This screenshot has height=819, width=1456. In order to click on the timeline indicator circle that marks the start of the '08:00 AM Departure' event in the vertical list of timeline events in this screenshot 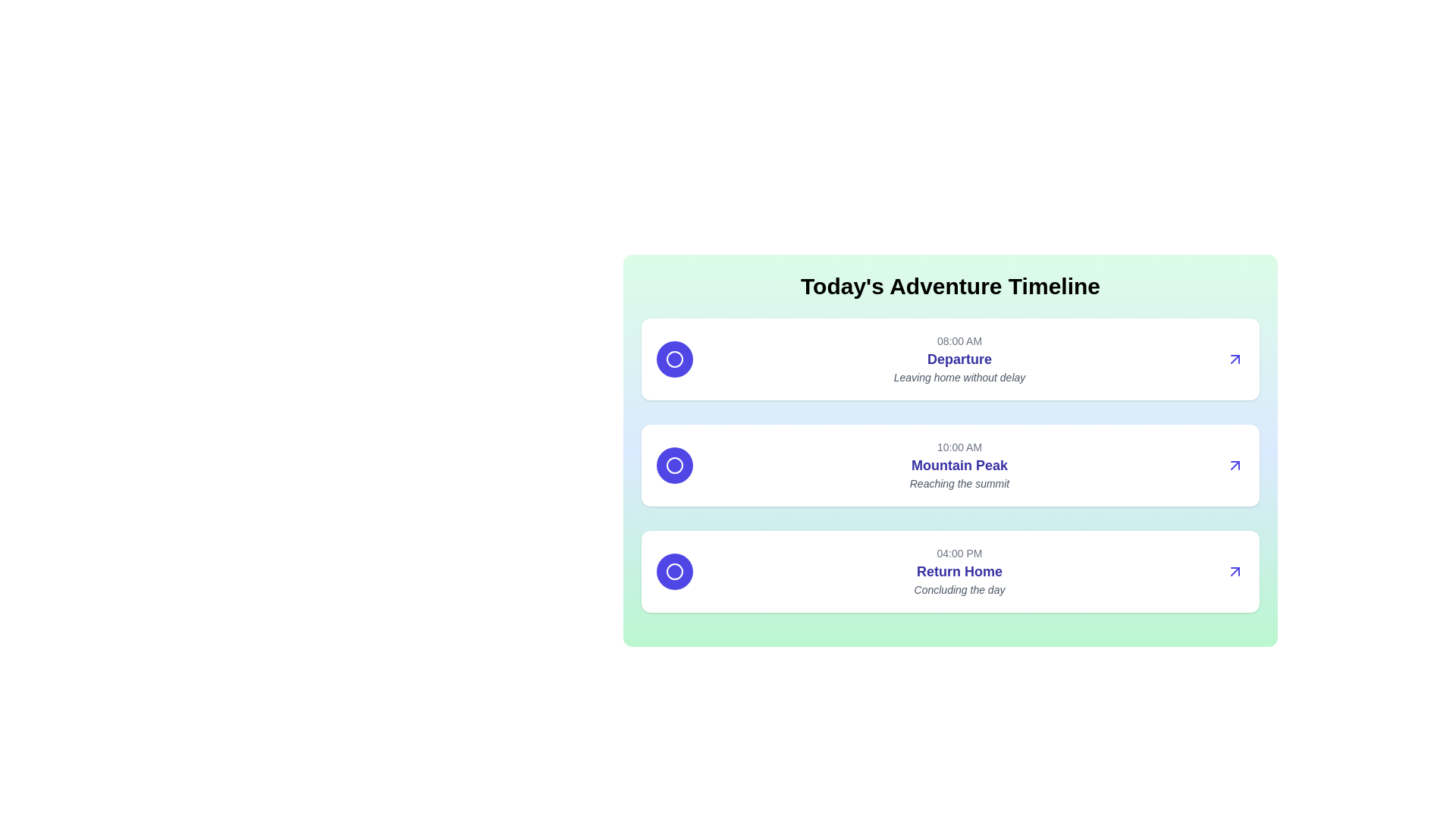, I will do `click(673, 359)`.